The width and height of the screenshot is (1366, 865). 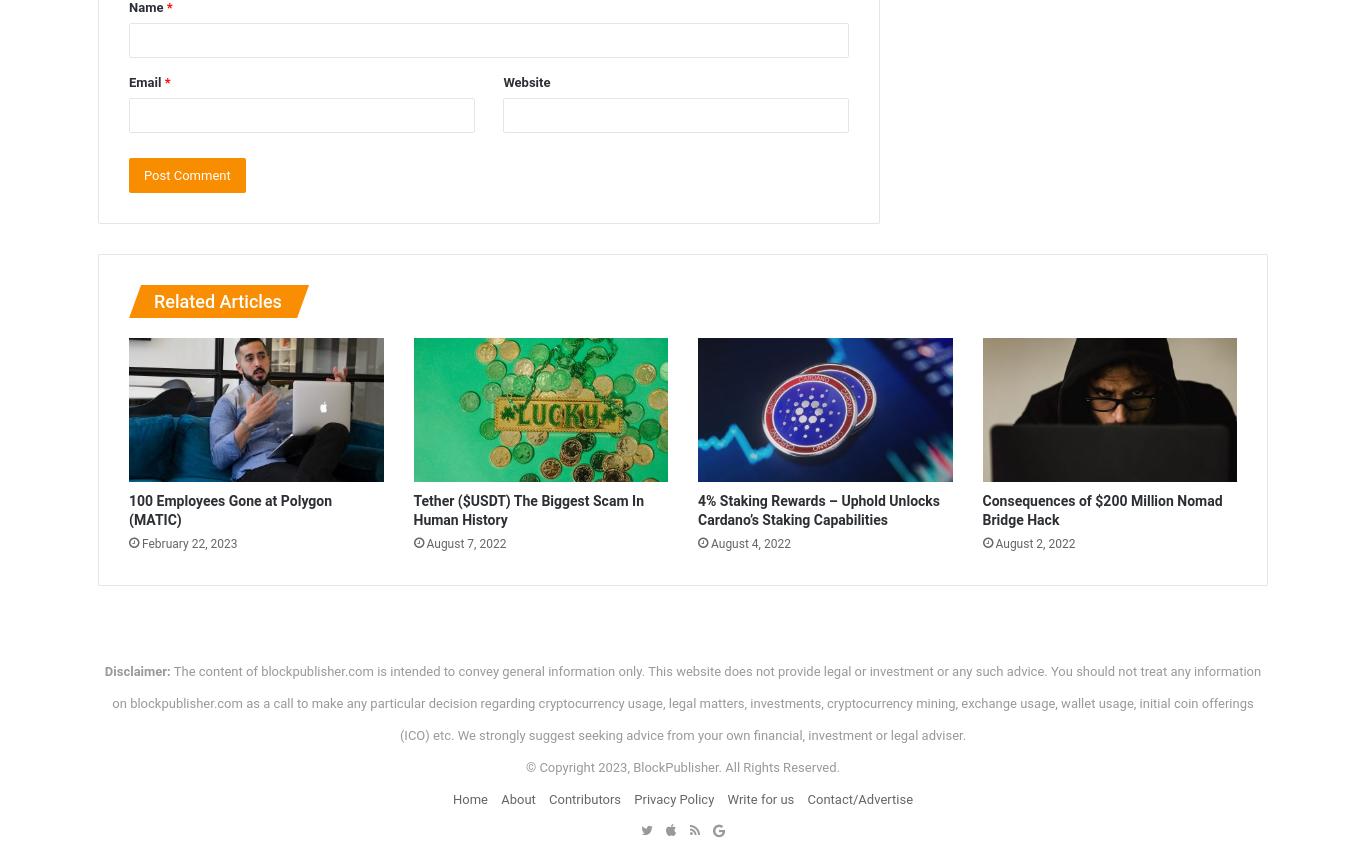 What do you see at coordinates (517, 797) in the screenshot?
I see `'About'` at bounding box center [517, 797].